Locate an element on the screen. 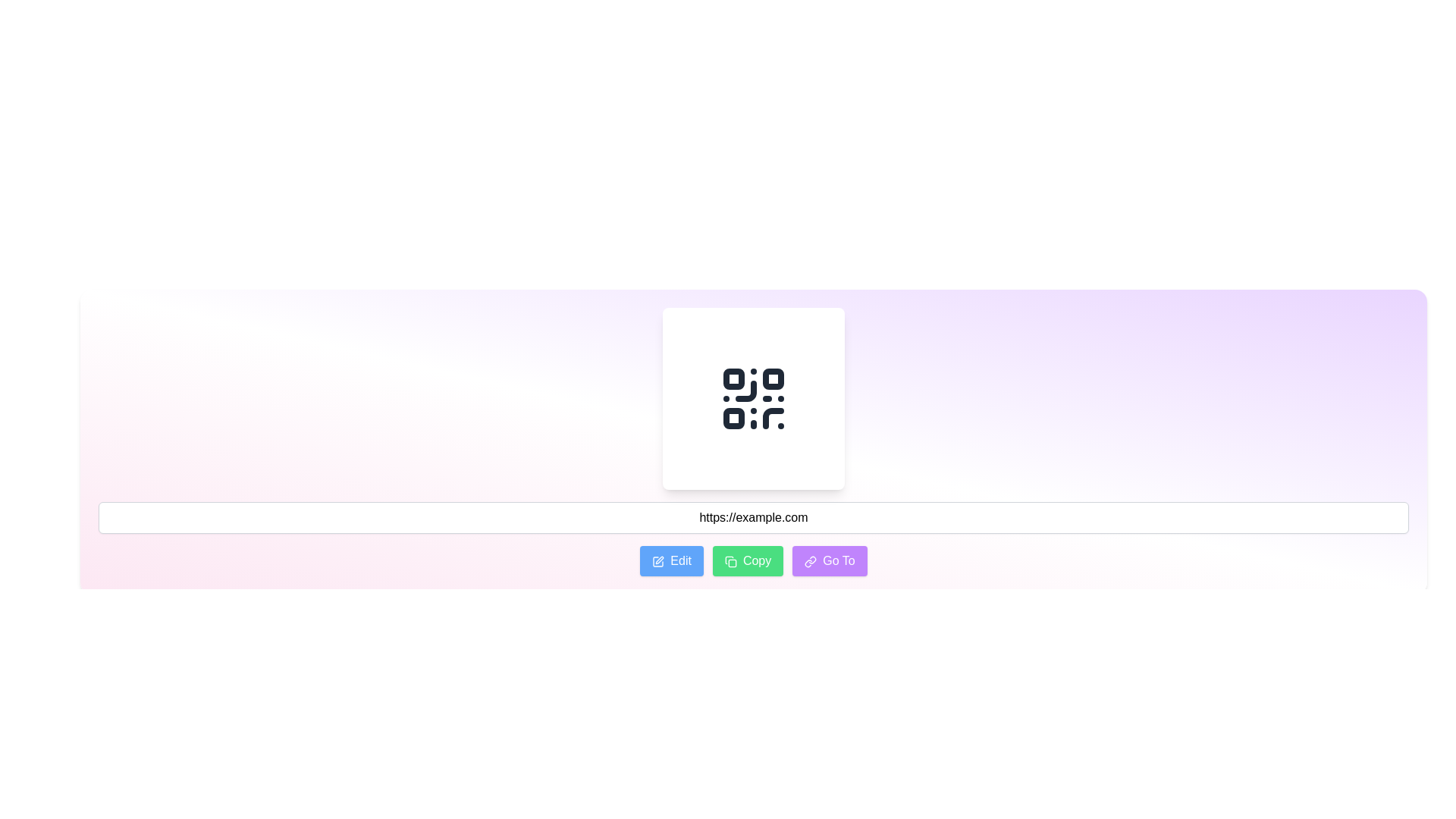 The image size is (1456, 819). the 'Copy' button, which is a rectangular button with a green background and white text, located between the 'Edit' and 'Go To' buttons at the bottom of the component is located at coordinates (753, 561).